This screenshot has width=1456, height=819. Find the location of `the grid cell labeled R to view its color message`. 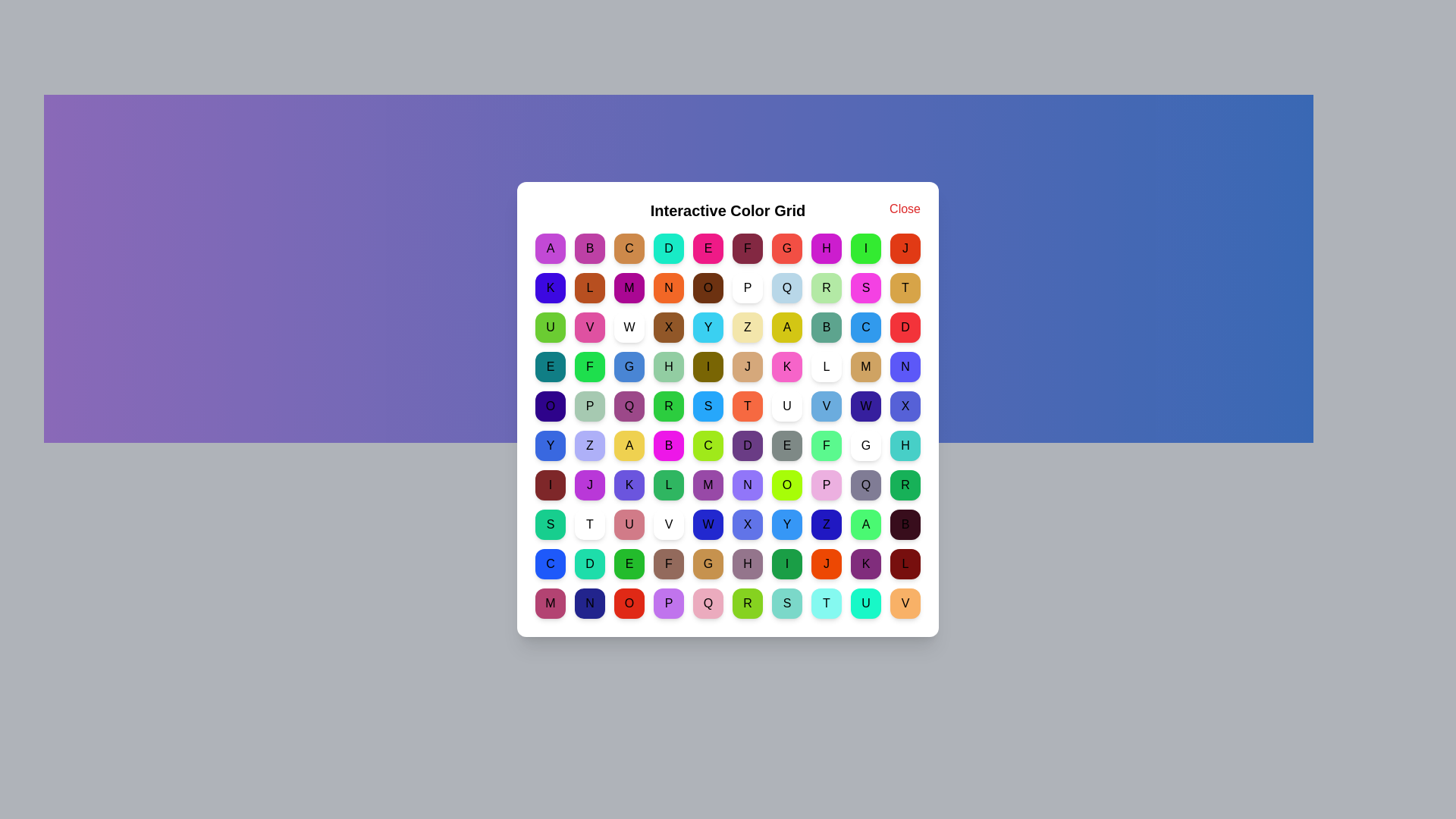

the grid cell labeled R to view its color message is located at coordinates (825, 288).